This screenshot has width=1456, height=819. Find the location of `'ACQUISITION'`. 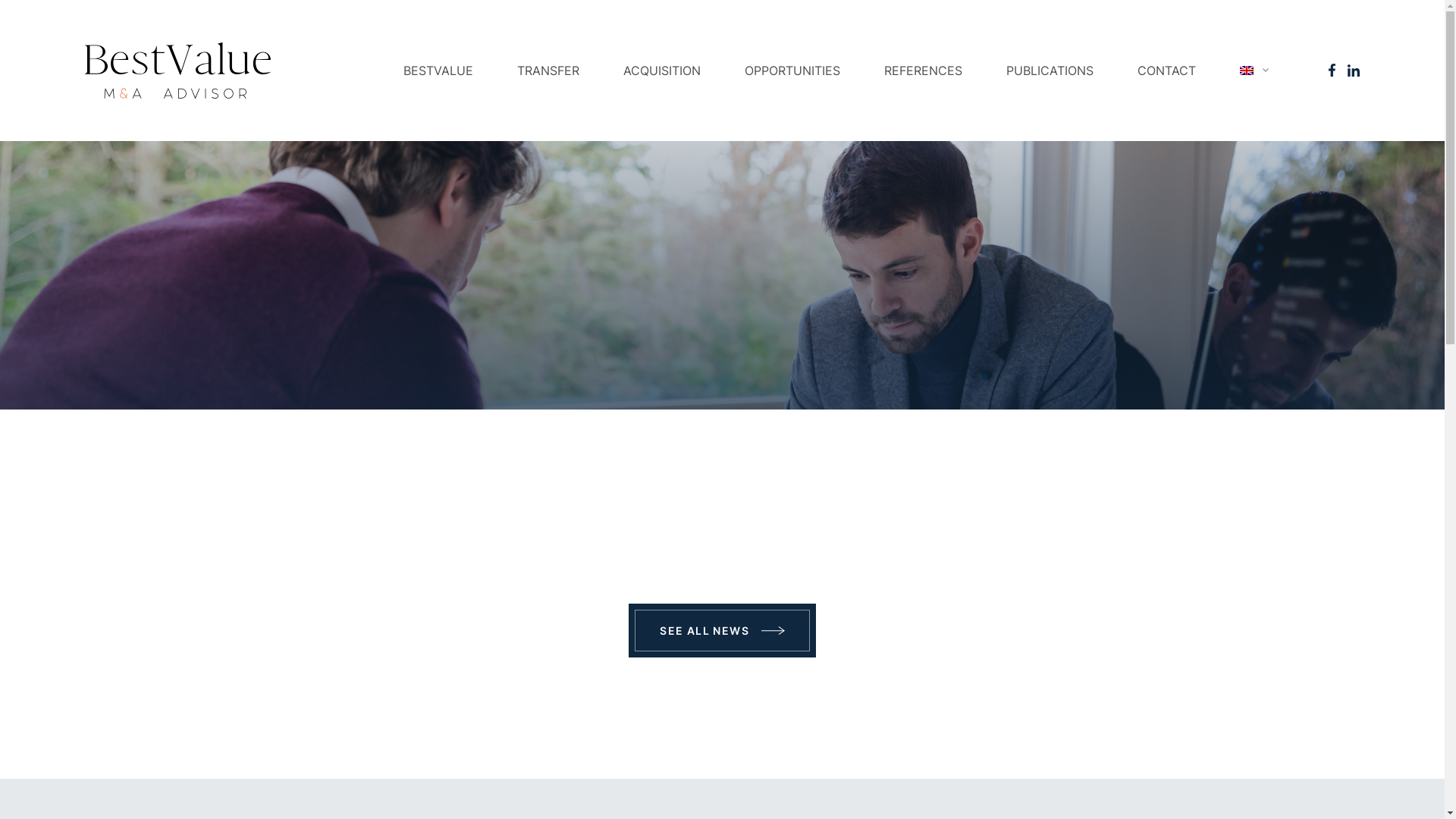

'ACQUISITION' is located at coordinates (662, 70).